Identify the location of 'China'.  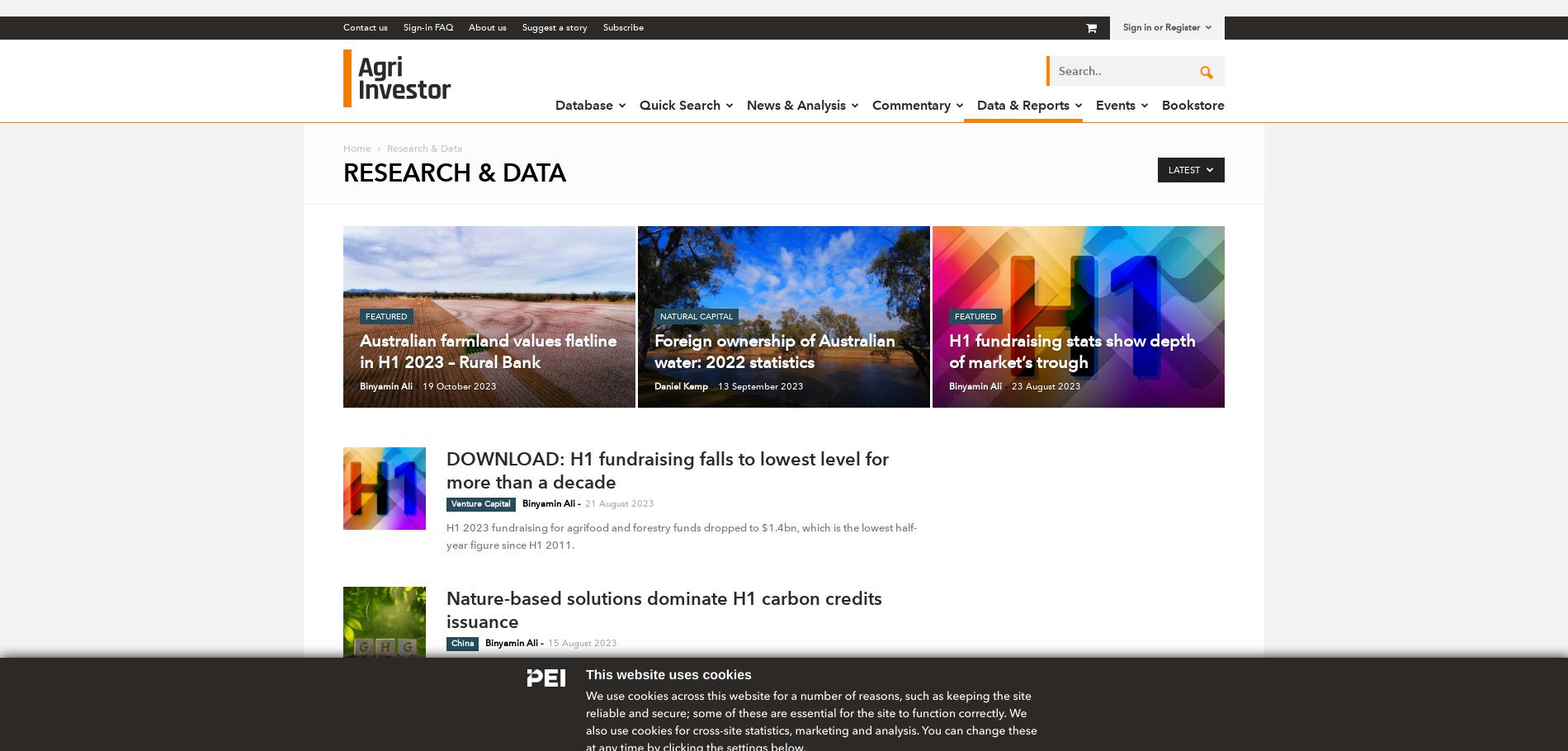
(462, 643).